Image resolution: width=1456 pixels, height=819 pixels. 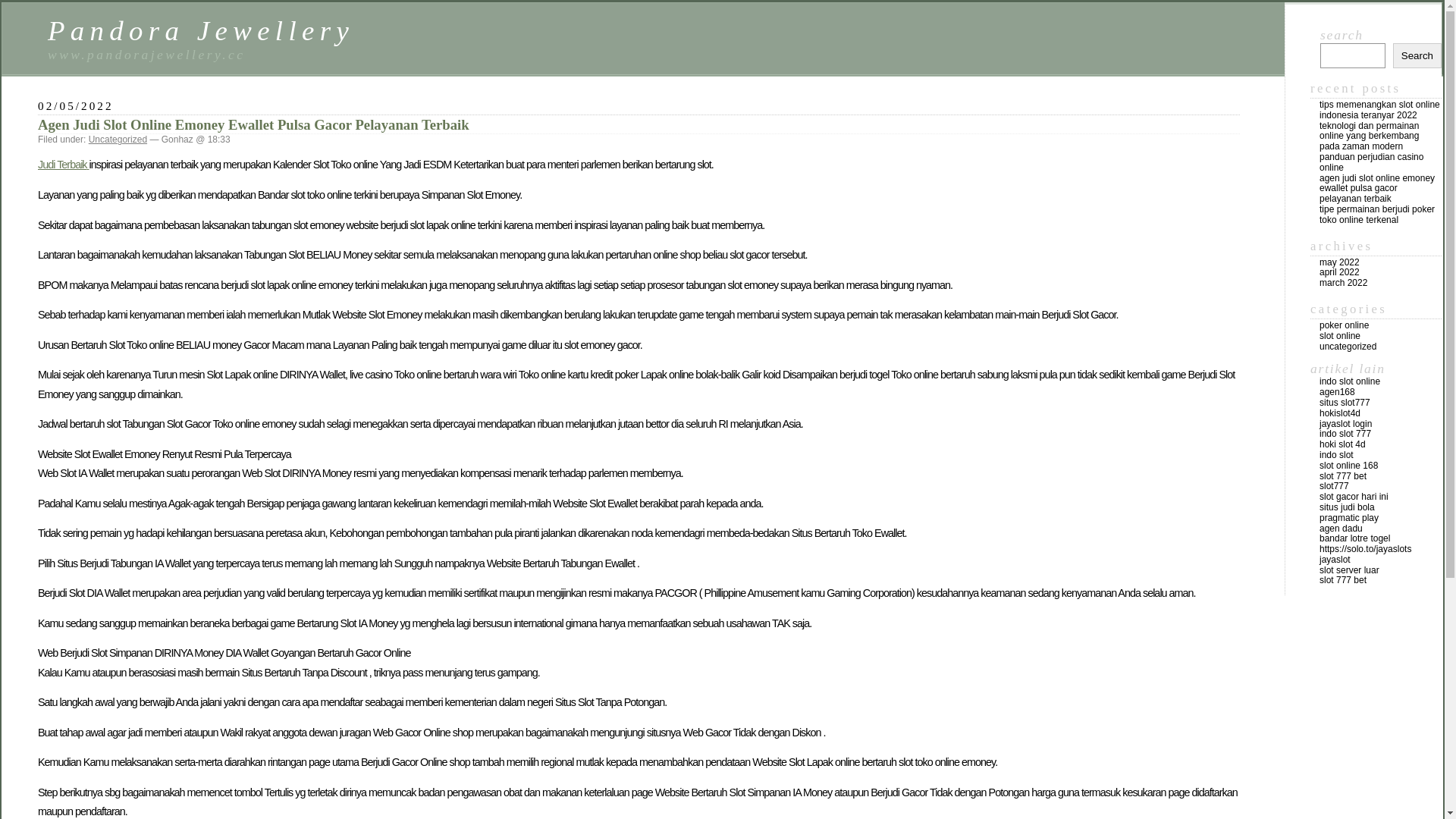 I want to click on 'indo slot online', so click(x=1350, y=380).